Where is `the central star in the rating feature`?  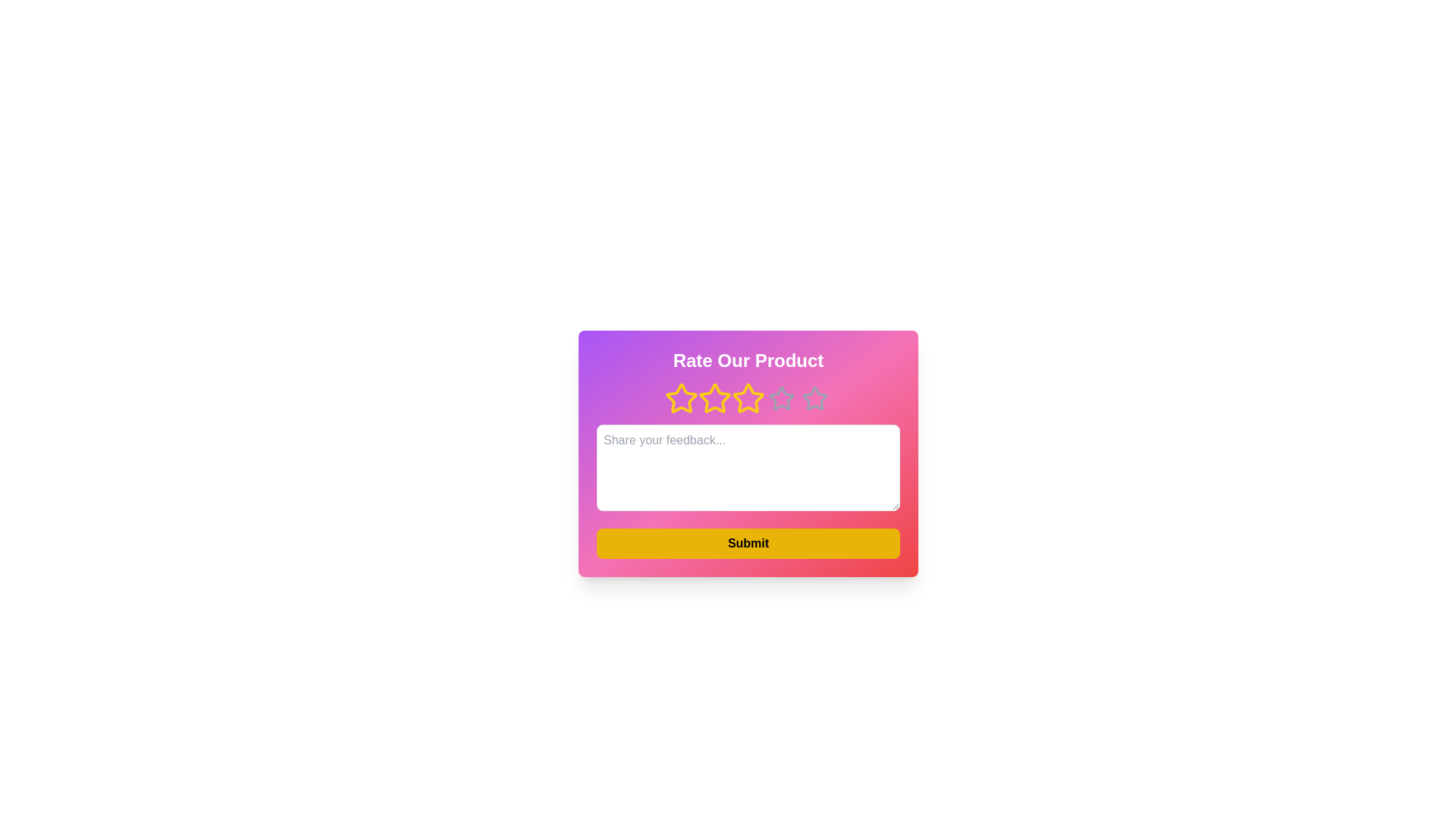 the central star in the rating feature is located at coordinates (714, 397).